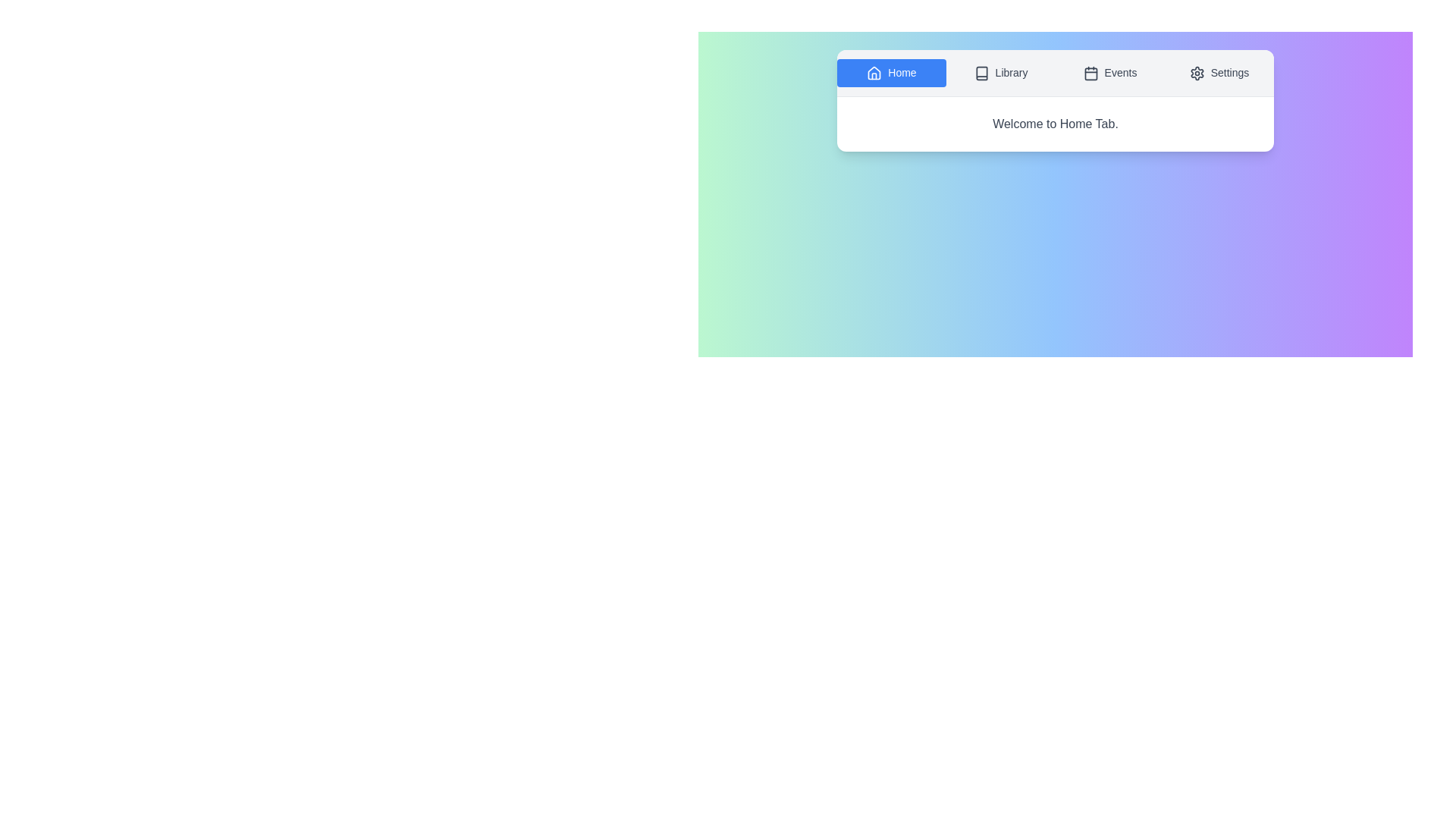 This screenshot has height=819, width=1456. Describe the element at coordinates (1055, 122) in the screenshot. I see `the welcome message static text element located below the navigation bar in the 'Home' section of the application` at that location.